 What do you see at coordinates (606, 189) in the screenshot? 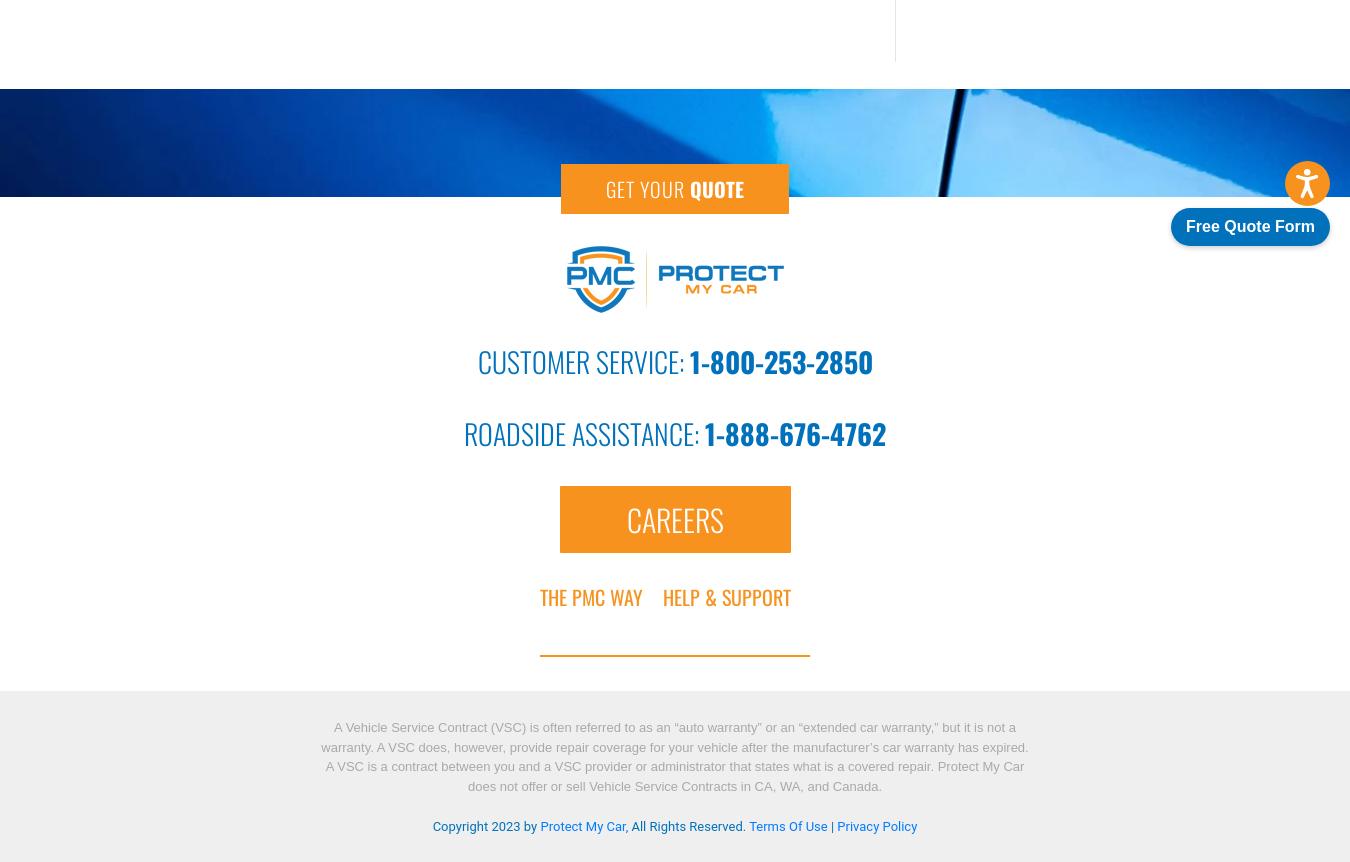
I see `'Get Your'` at bounding box center [606, 189].